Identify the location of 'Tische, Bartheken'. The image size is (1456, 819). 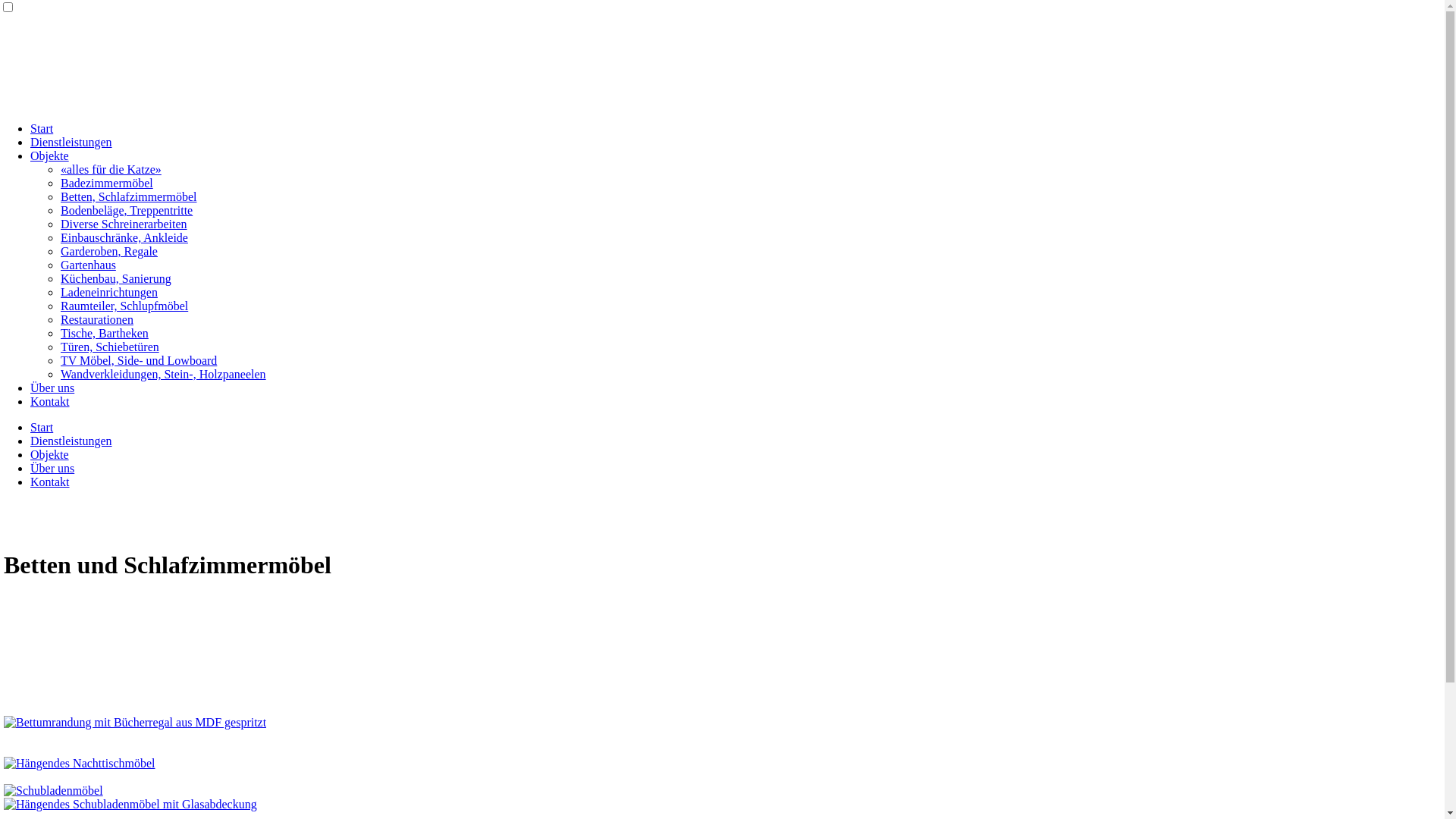
(104, 332).